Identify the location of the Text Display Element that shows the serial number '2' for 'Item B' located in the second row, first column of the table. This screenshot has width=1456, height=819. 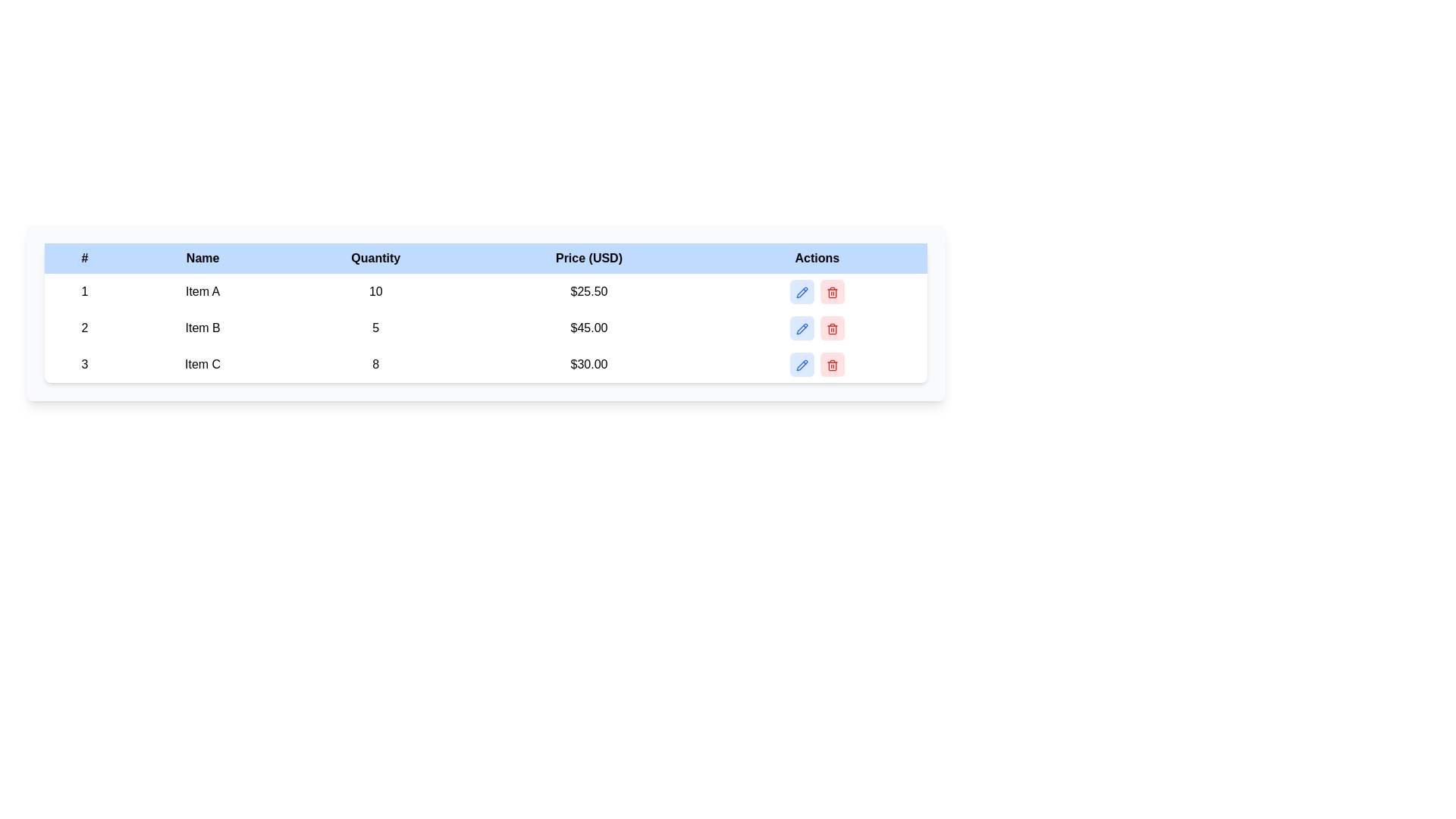
(83, 327).